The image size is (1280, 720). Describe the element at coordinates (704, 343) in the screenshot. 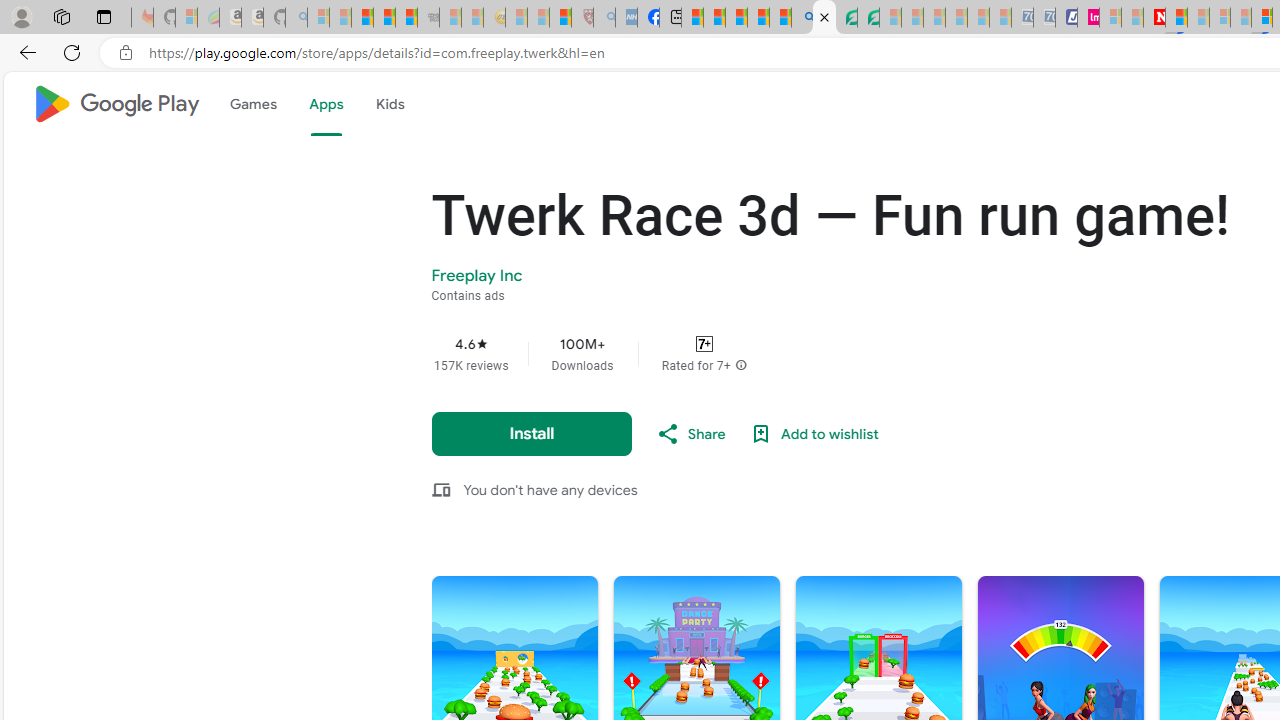

I see `'Content rating'` at that location.